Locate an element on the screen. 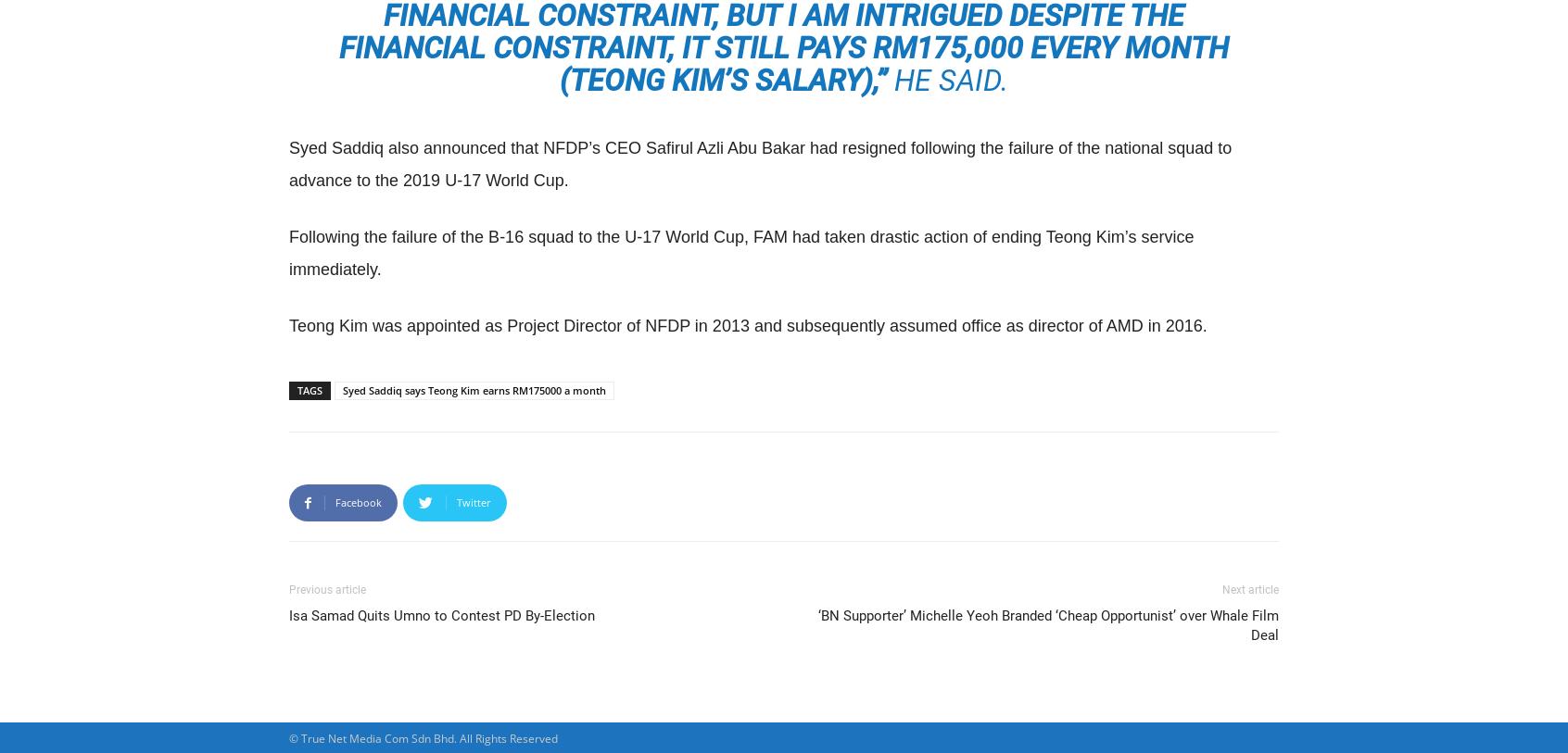 This screenshot has width=1568, height=753. 'Following the failure of the B-16 squad to the U-17 World Cup, FAM had taken drastic action of ending Teong Kim’s service immediately.' is located at coordinates (288, 252).